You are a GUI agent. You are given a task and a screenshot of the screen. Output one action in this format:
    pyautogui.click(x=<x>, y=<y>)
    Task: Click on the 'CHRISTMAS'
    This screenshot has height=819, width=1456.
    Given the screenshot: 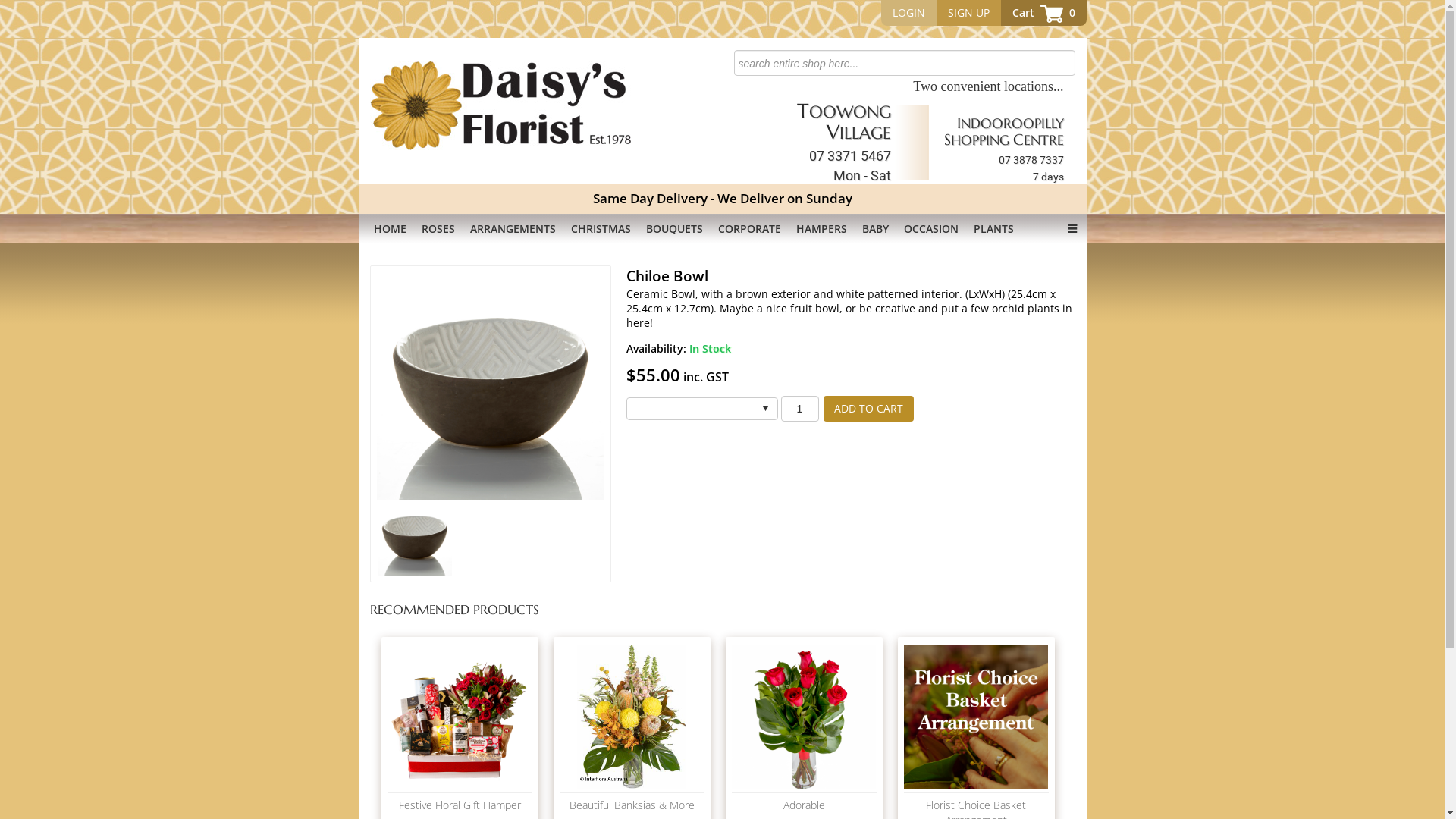 What is the action you would take?
    pyautogui.click(x=599, y=228)
    